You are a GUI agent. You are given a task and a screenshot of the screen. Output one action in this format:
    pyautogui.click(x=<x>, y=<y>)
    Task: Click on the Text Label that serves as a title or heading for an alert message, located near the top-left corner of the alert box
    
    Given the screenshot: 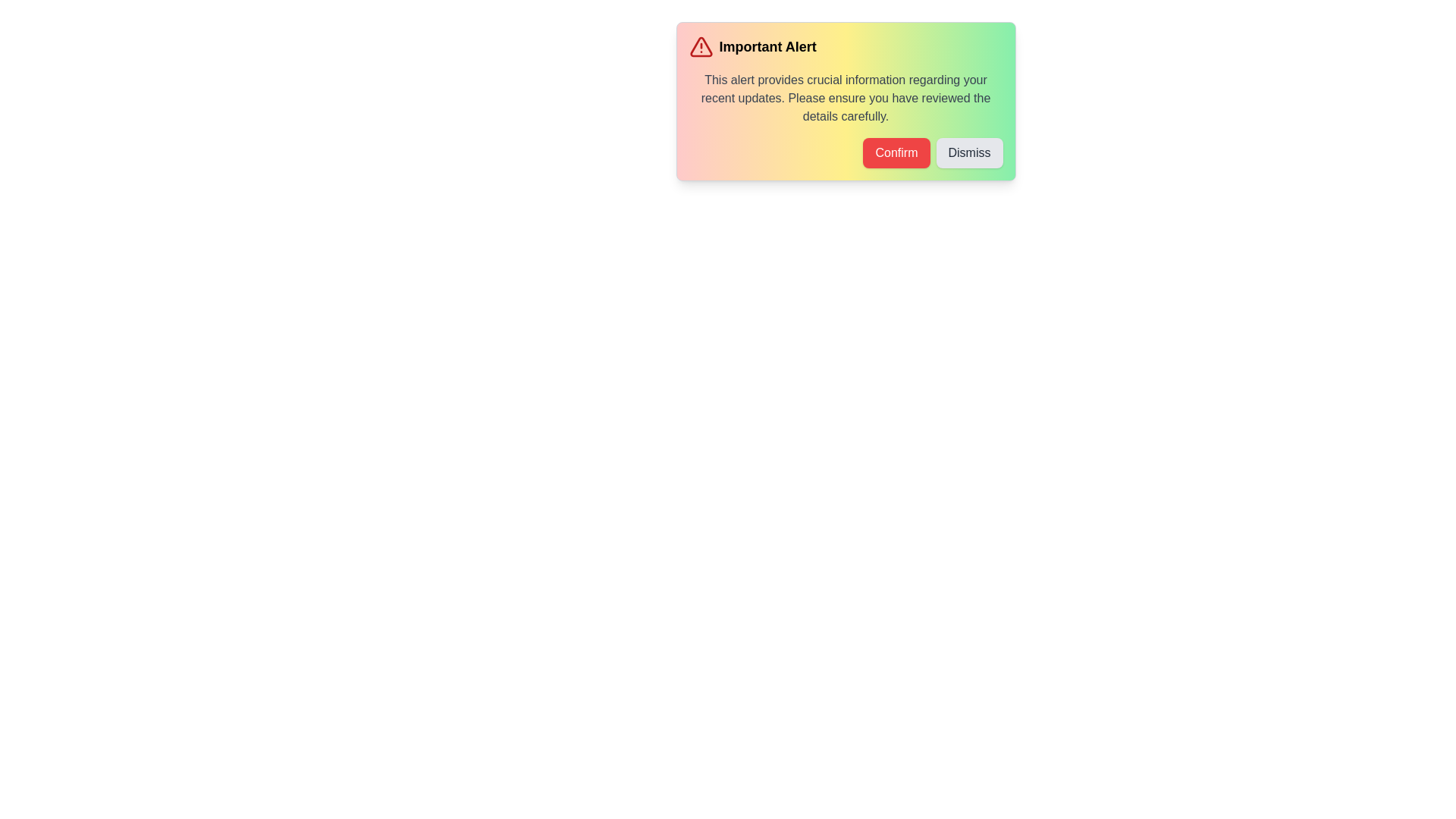 What is the action you would take?
    pyautogui.click(x=767, y=45)
    